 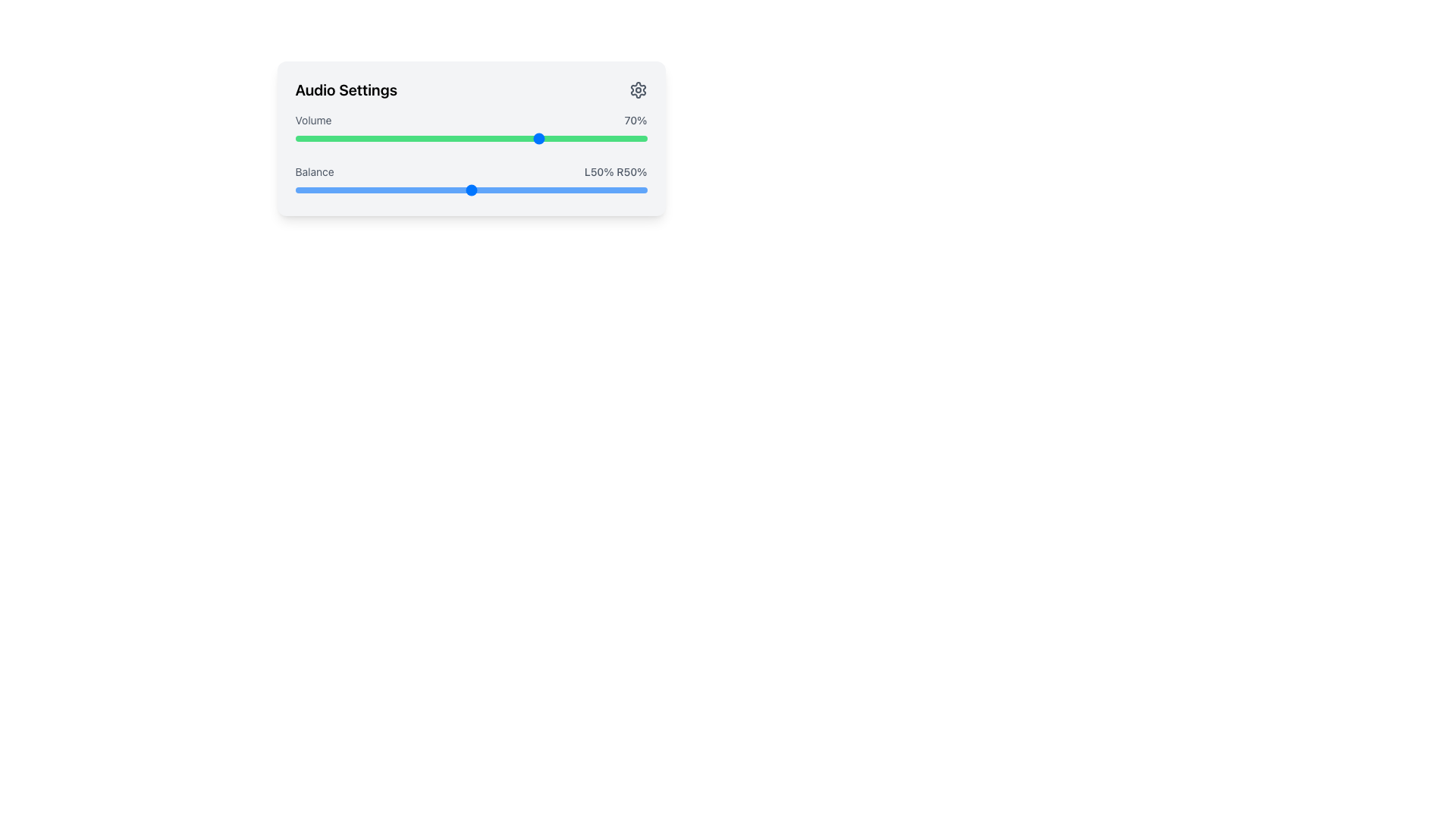 What do you see at coordinates (470, 138) in the screenshot?
I see `the volume slider, which is positioned under the label 'Volume' and currently set at 70%` at bounding box center [470, 138].